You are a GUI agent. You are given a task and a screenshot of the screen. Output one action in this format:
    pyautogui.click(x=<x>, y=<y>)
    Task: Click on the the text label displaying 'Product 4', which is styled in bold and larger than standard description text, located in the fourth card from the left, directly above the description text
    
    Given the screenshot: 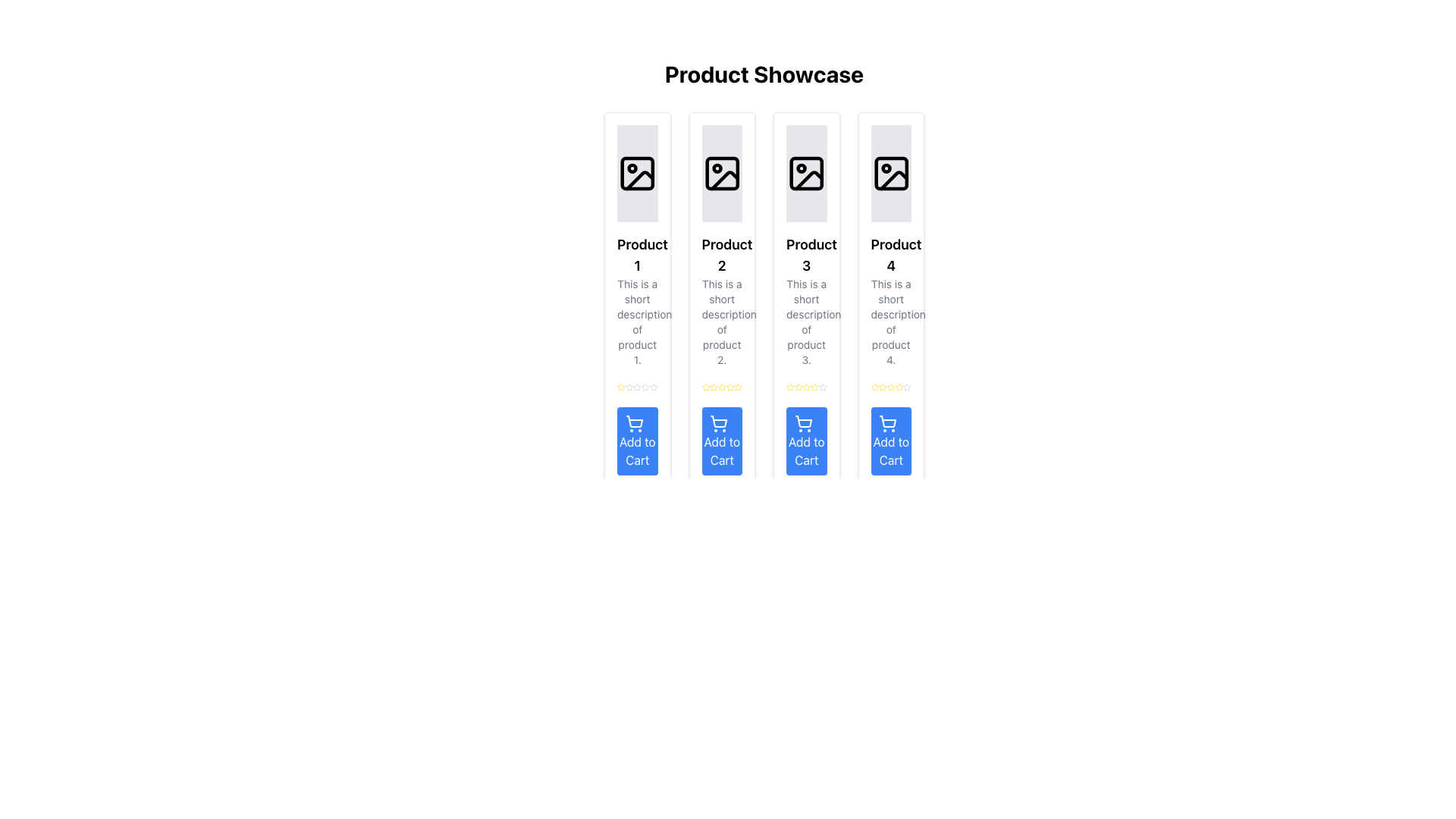 What is the action you would take?
    pyautogui.click(x=891, y=254)
    